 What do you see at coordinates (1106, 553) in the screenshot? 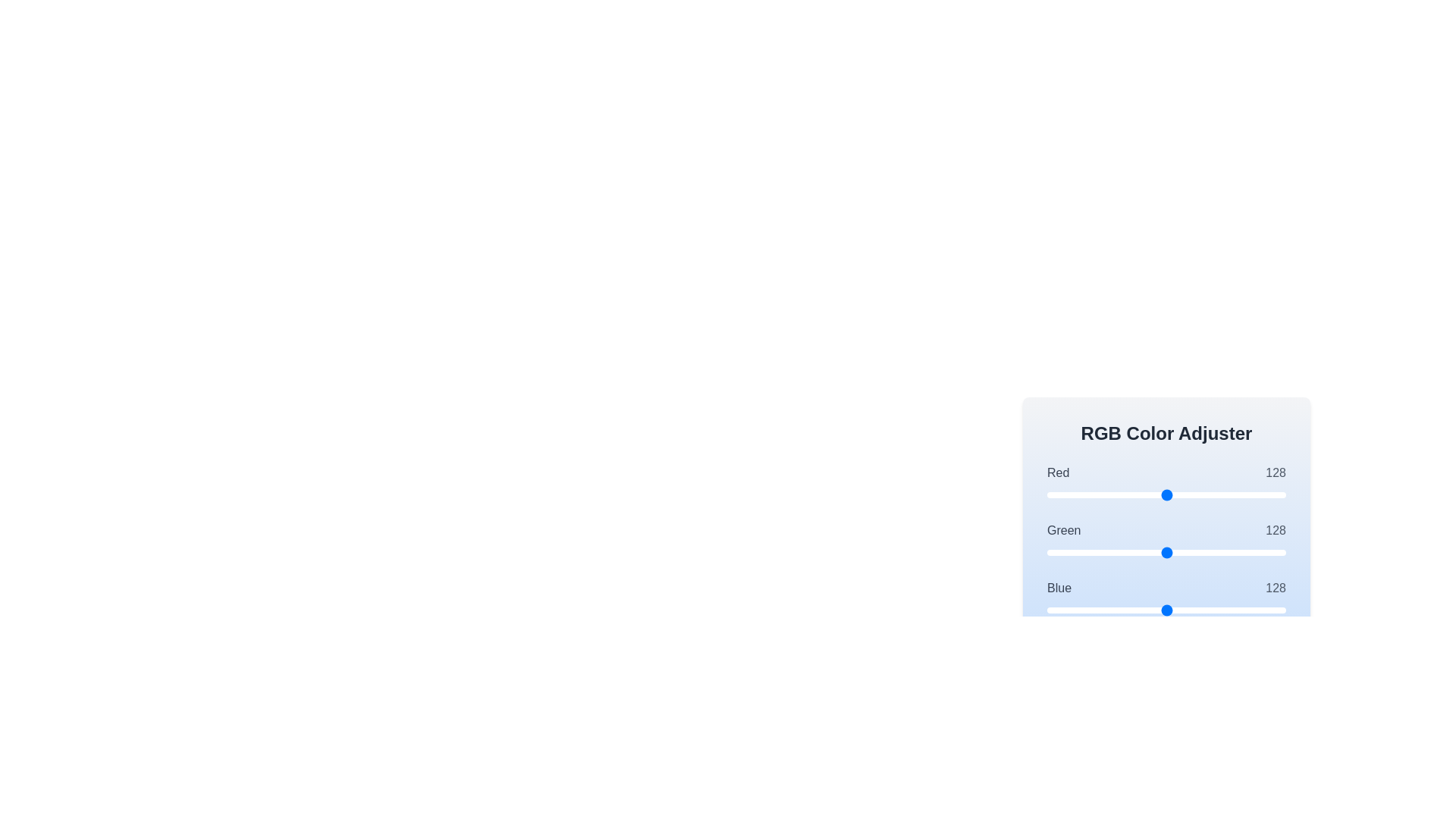
I see `the 1 slider to set its value to 63` at bounding box center [1106, 553].